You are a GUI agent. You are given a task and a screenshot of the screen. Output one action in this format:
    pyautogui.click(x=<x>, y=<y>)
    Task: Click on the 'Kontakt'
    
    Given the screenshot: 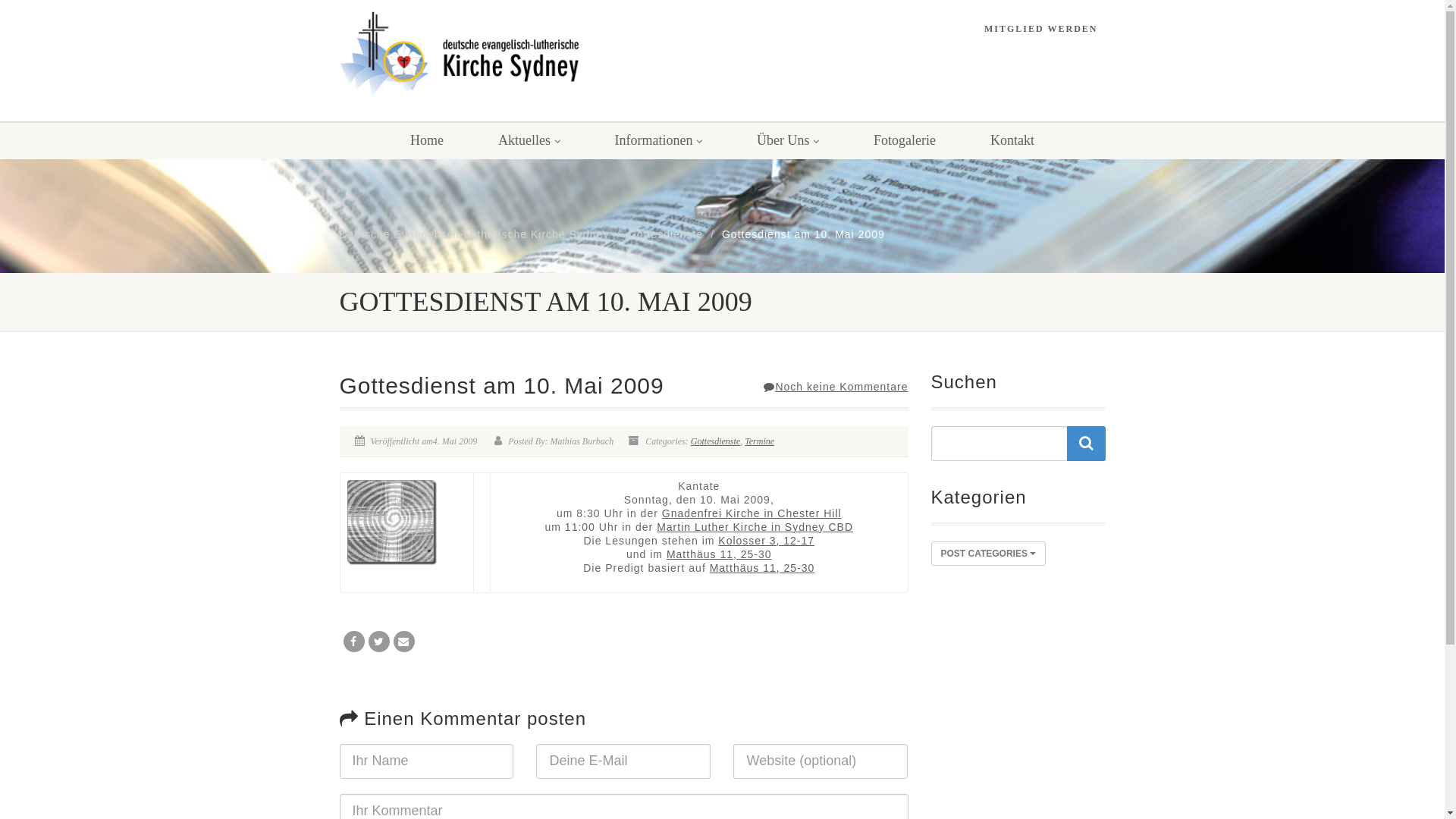 What is the action you would take?
    pyautogui.click(x=962, y=140)
    